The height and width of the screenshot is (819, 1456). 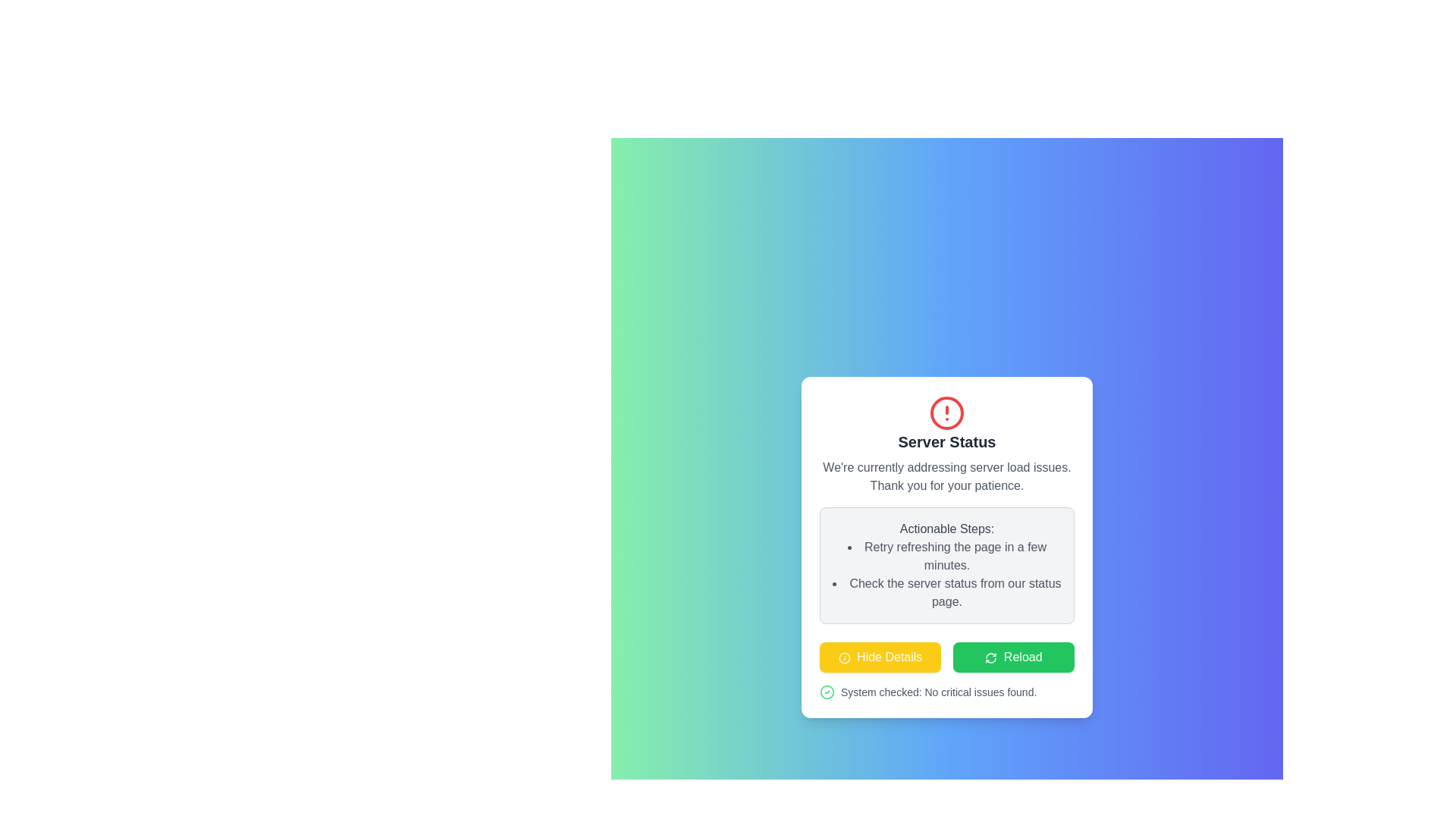 I want to click on informational prompt text directing users to check the server status, which is the second item in the bulleted list under 'Actionable Steps', so click(x=946, y=592).